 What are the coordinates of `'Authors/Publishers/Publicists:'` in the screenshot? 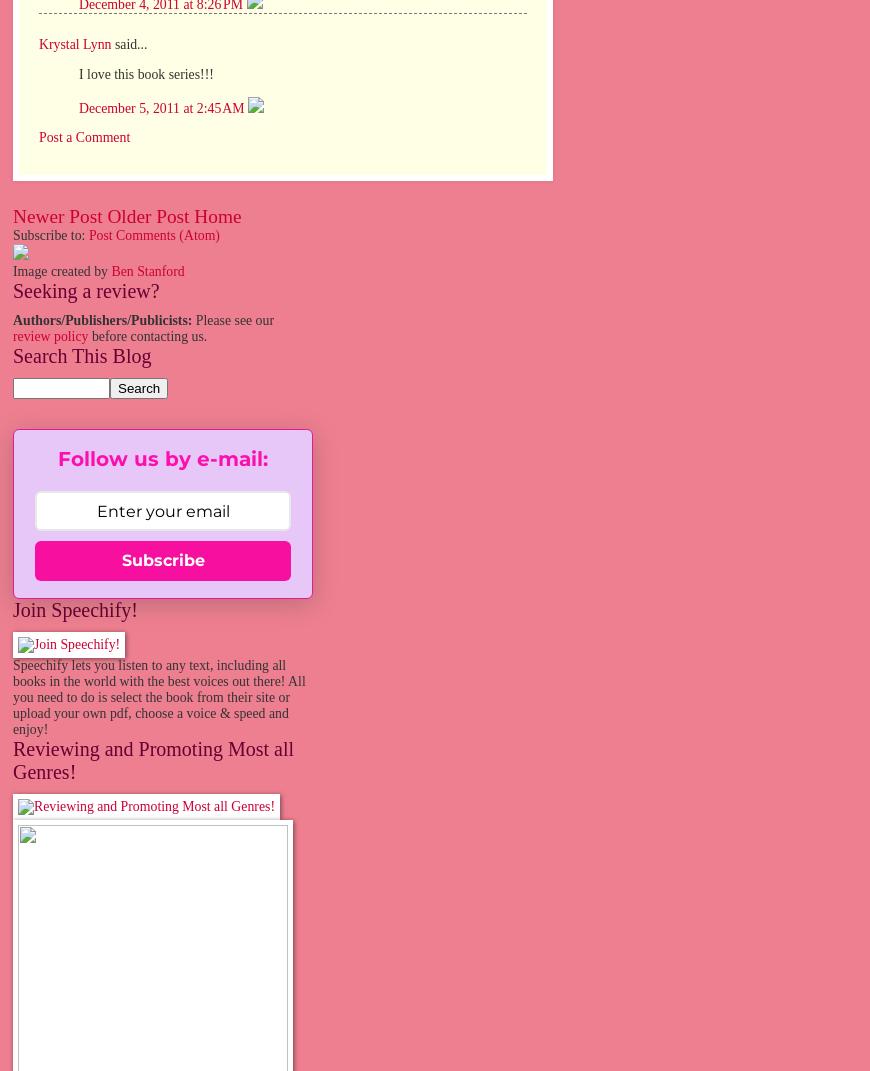 It's located at (101, 319).